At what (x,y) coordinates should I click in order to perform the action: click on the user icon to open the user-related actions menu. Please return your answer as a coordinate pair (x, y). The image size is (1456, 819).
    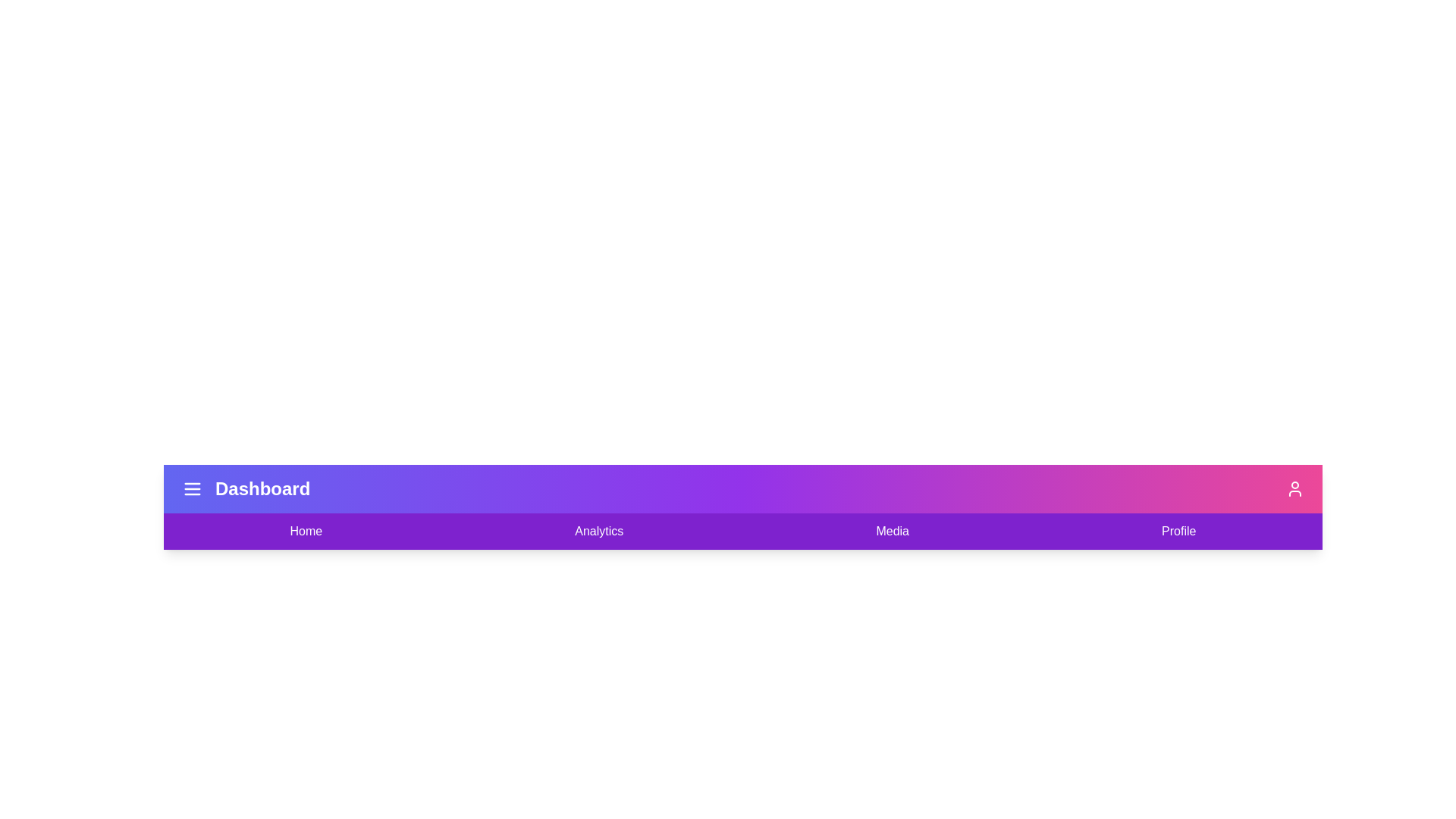
    Looking at the image, I should click on (1294, 488).